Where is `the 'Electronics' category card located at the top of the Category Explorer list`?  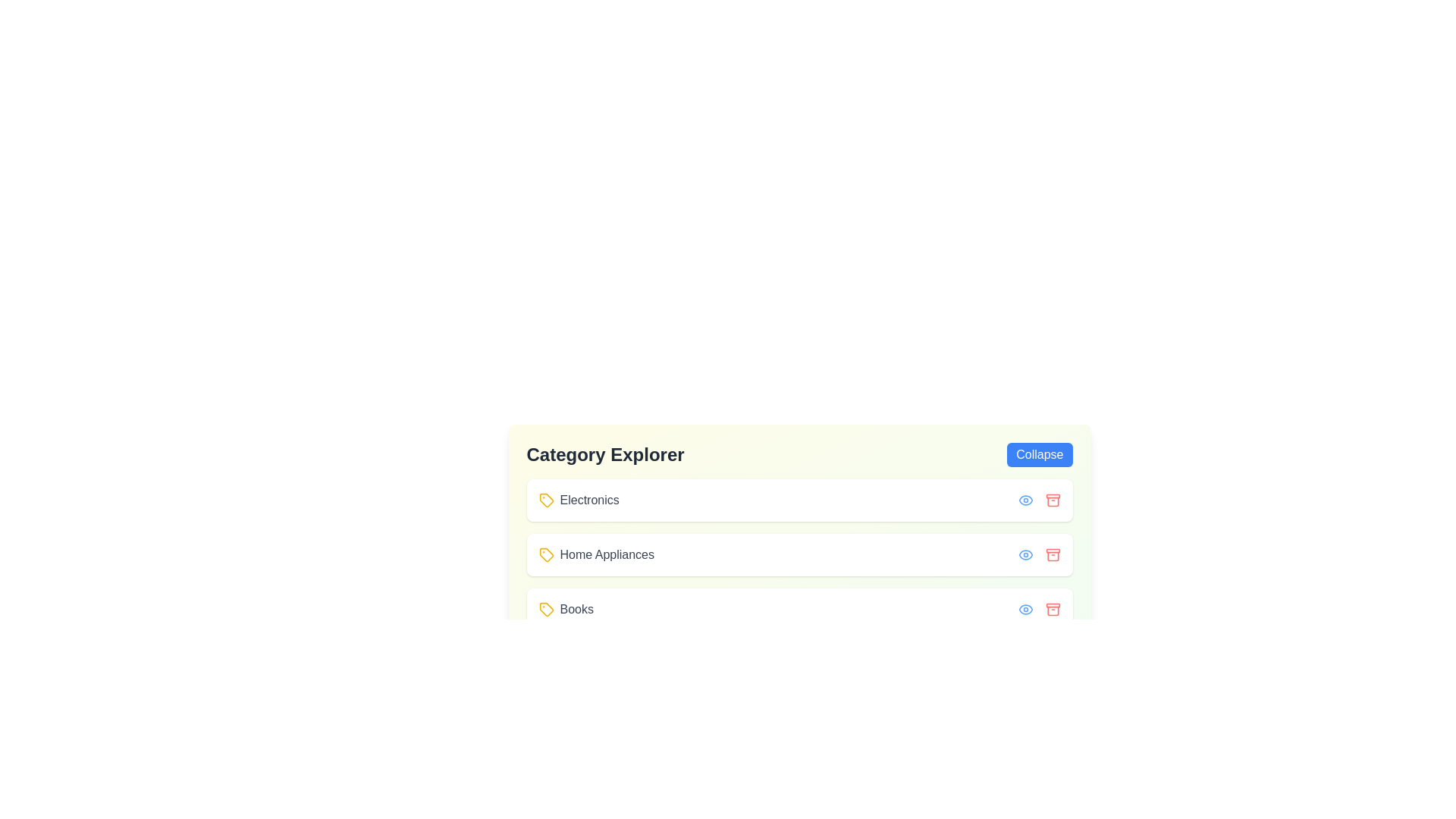
the 'Electronics' category card located at the top of the Category Explorer list is located at coordinates (799, 500).